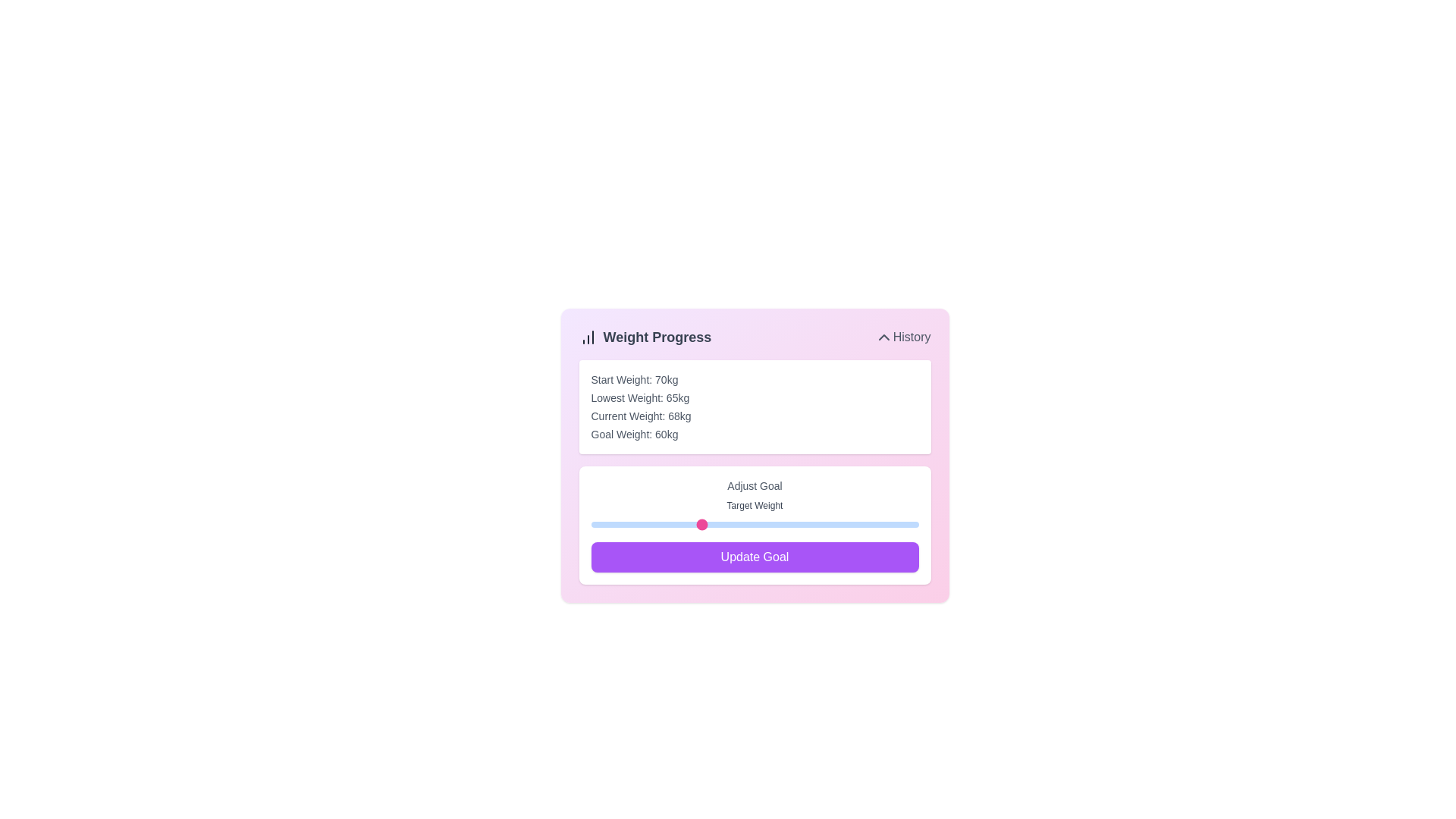 The width and height of the screenshot is (1456, 819). What do you see at coordinates (902, 336) in the screenshot?
I see `the 'History' button to toggle the visibility of the history section` at bounding box center [902, 336].